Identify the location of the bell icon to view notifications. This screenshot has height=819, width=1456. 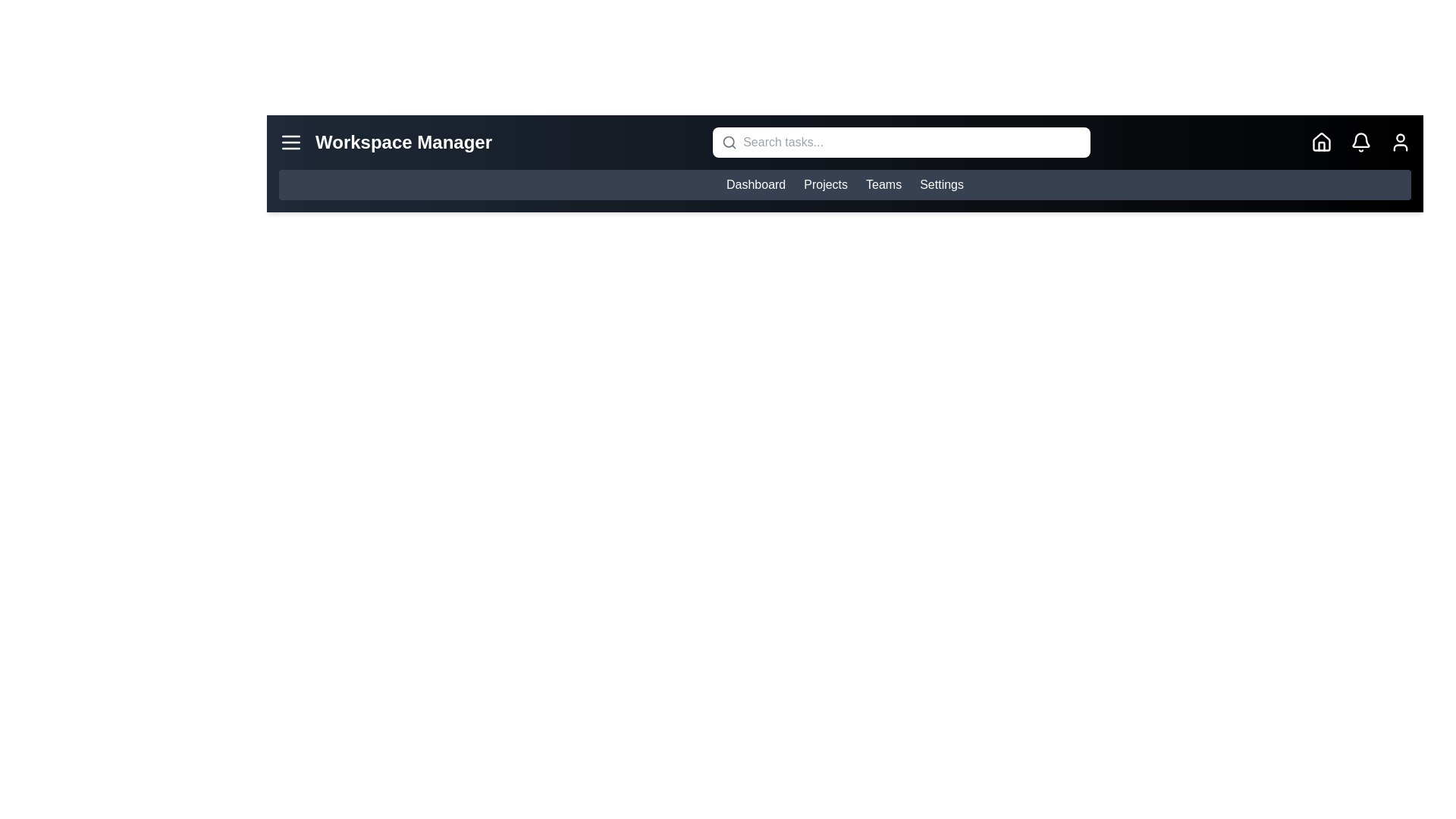
(1361, 143).